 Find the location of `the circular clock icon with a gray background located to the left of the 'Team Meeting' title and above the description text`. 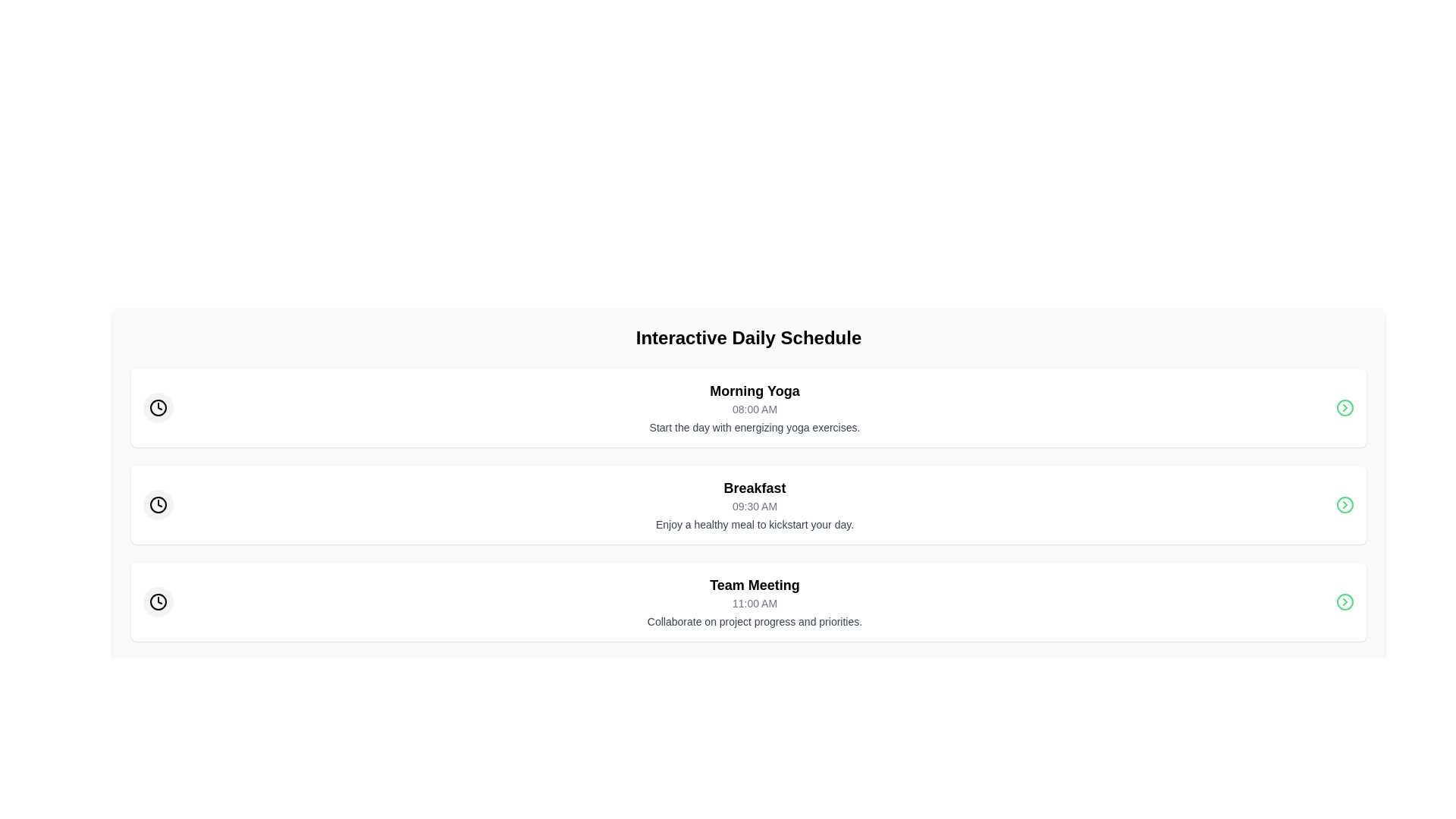

the circular clock icon with a gray background located to the left of the 'Team Meeting' title and above the description text is located at coordinates (158, 601).